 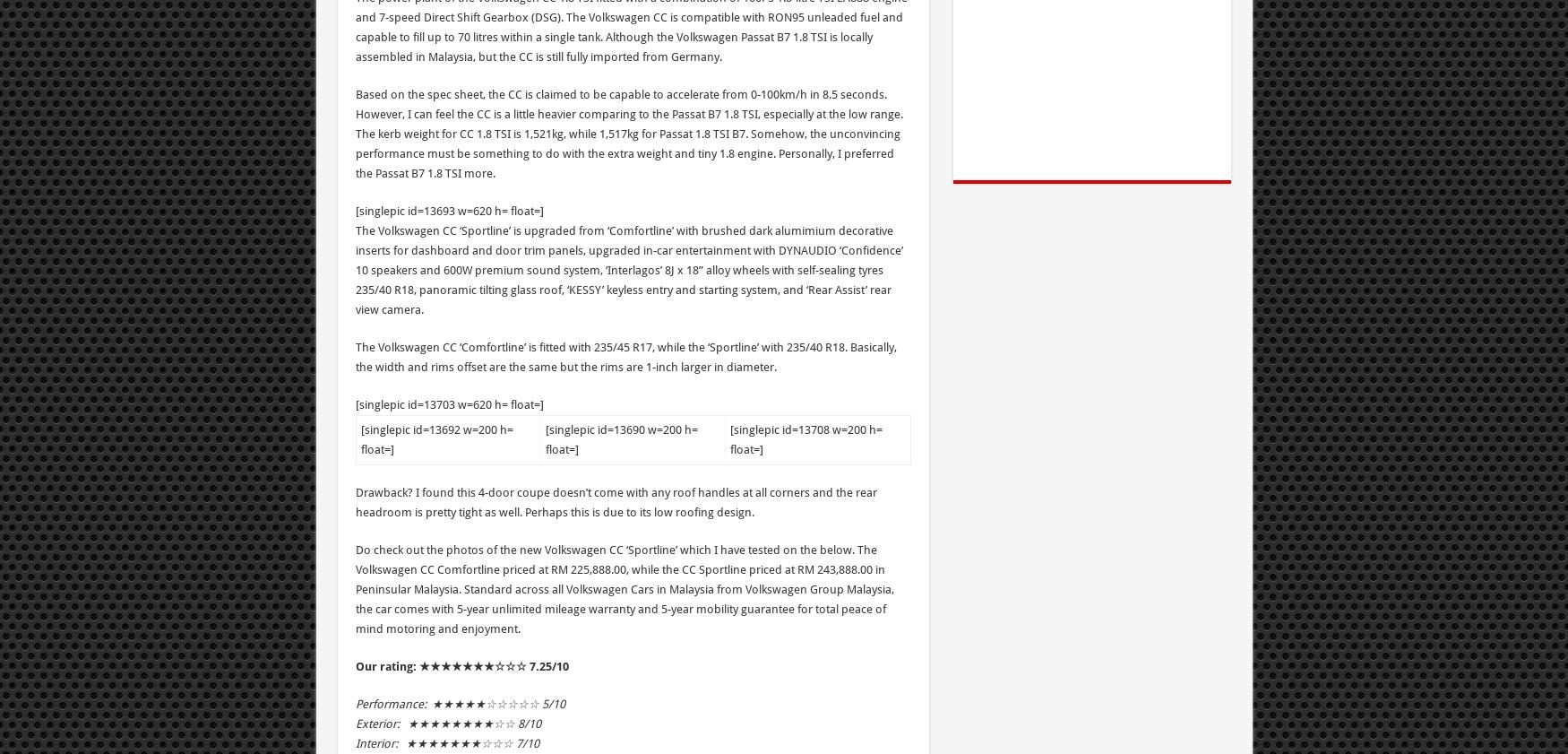 I want to click on 'The Volkswagen CC ‘Sportline’ is upgraded from ‘Comfortline’ with brushed dark alumimium decorative inserts for dashboard and door trim panels, upgraded in-car entertainment with DYNAUDIO ‘Confidence’ 10 speakers and 600W premium sound system, ‘Interlagos’ 8J x 18” alloy wheels with self-sealing tyres 235/40 R18, panoramic tilting glass roof, ‘KESSY’ keyless entry and starting system, and ‘Rear Assist’ rear view camera.', so click(x=354, y=269).